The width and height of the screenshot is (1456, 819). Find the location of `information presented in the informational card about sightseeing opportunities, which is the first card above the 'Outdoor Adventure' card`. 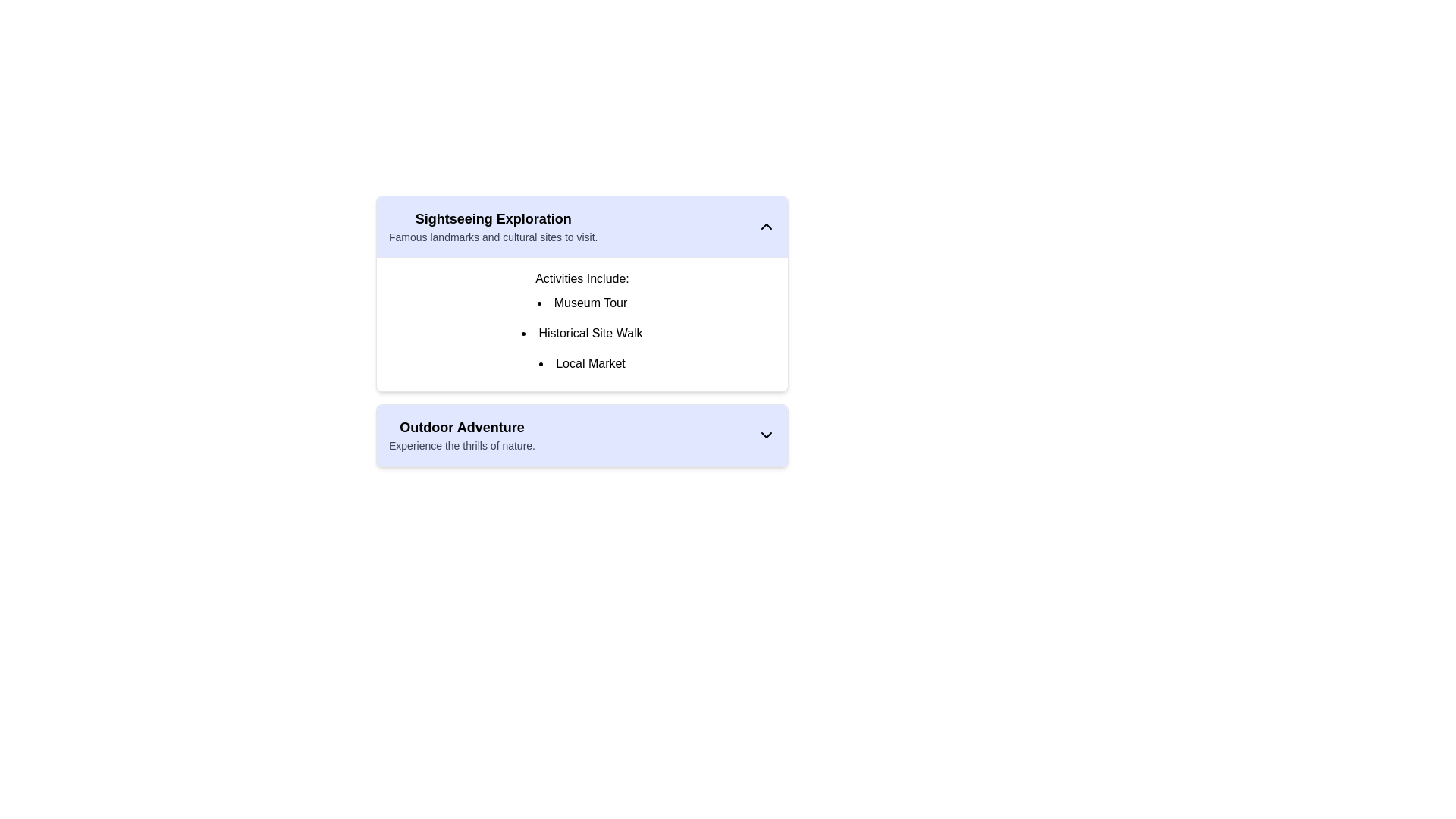

information presented in the informational card about sightseeing opportunities, which is the first card above the 'Outdoor Adventure' card is located at coordinates (582, 293).